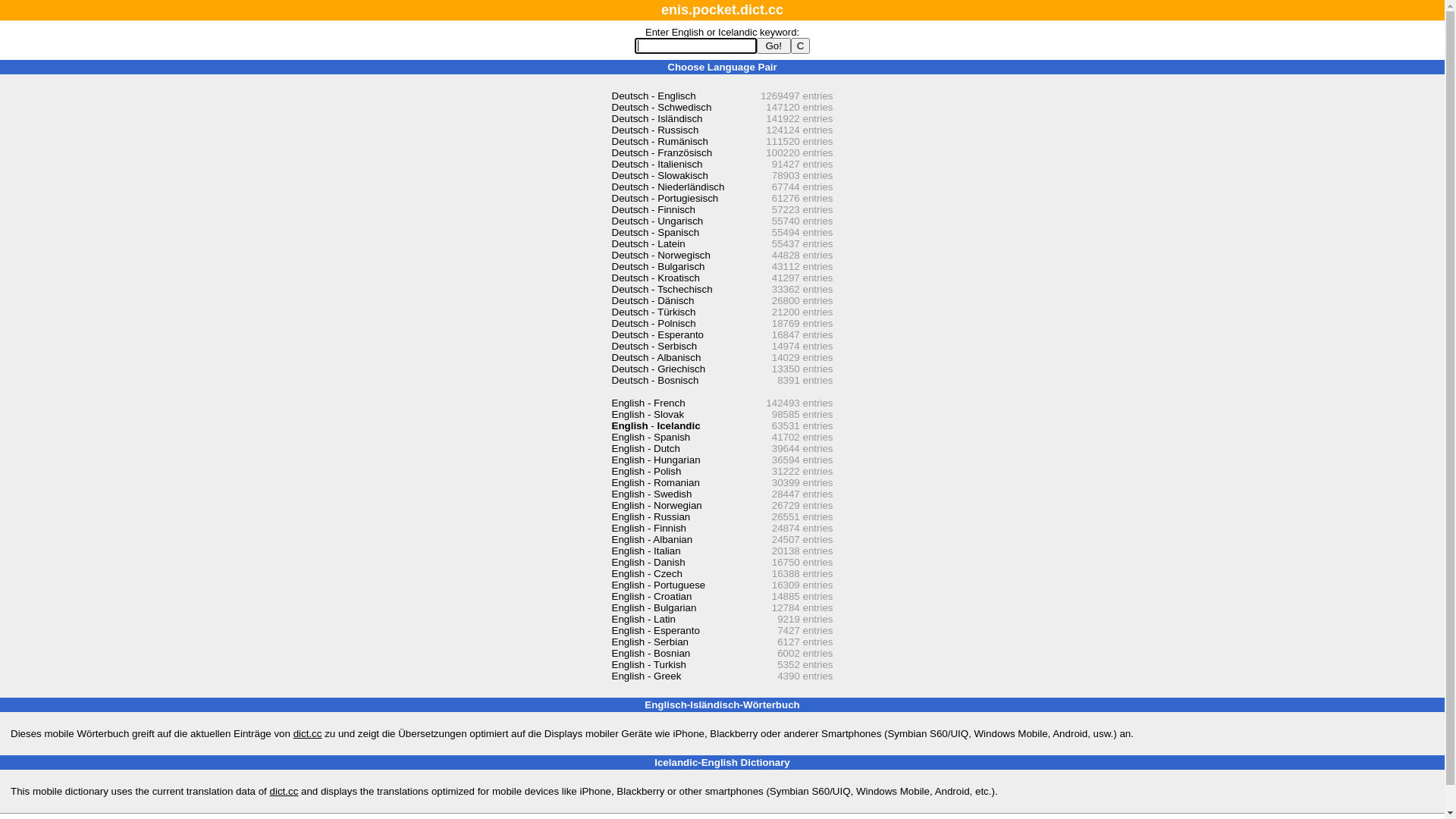  I want to click on 'English - Norwegian', so click(656, 505).